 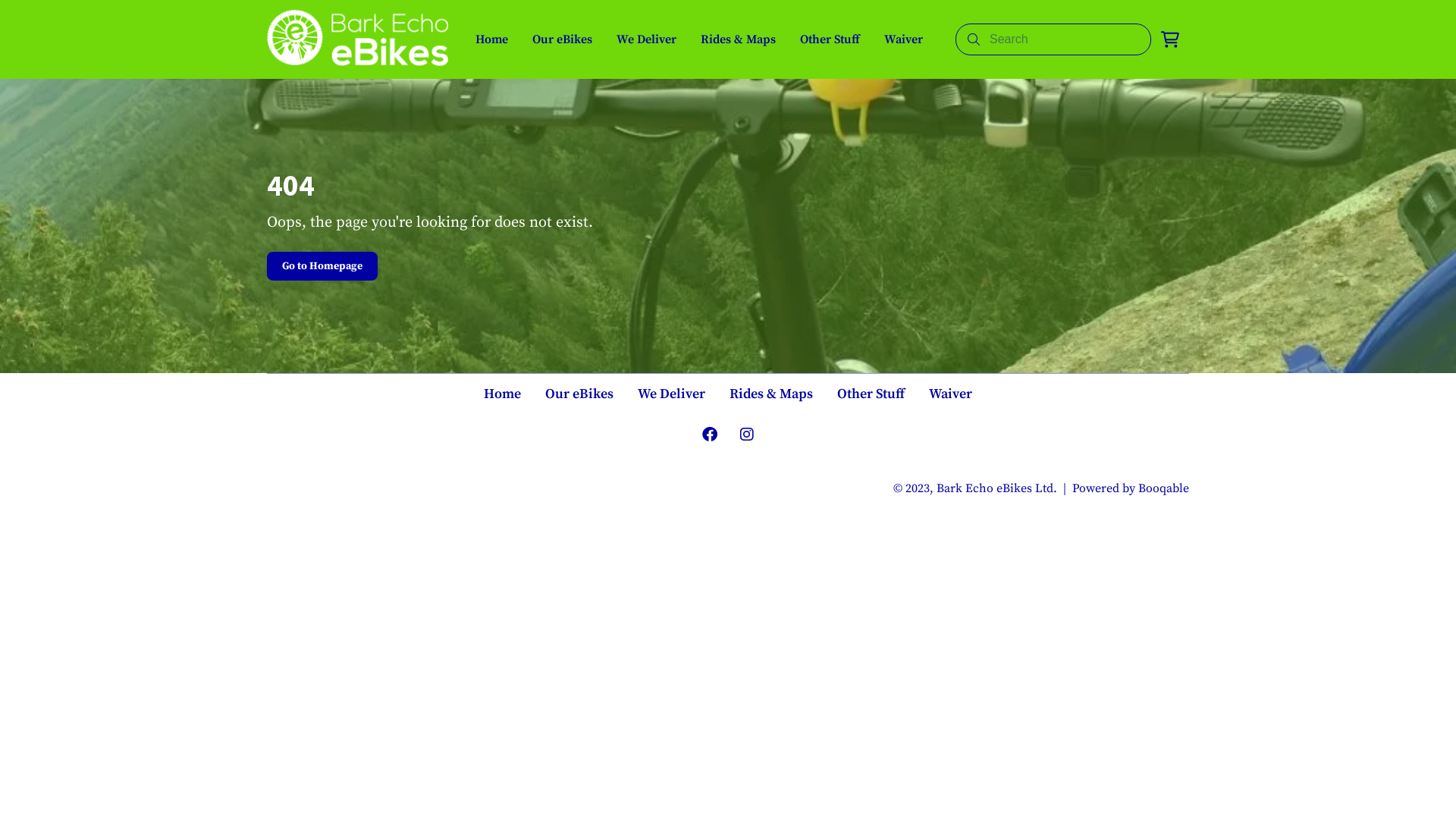 I want to click on 'Go to Homepage', so click(x=322, y=265).